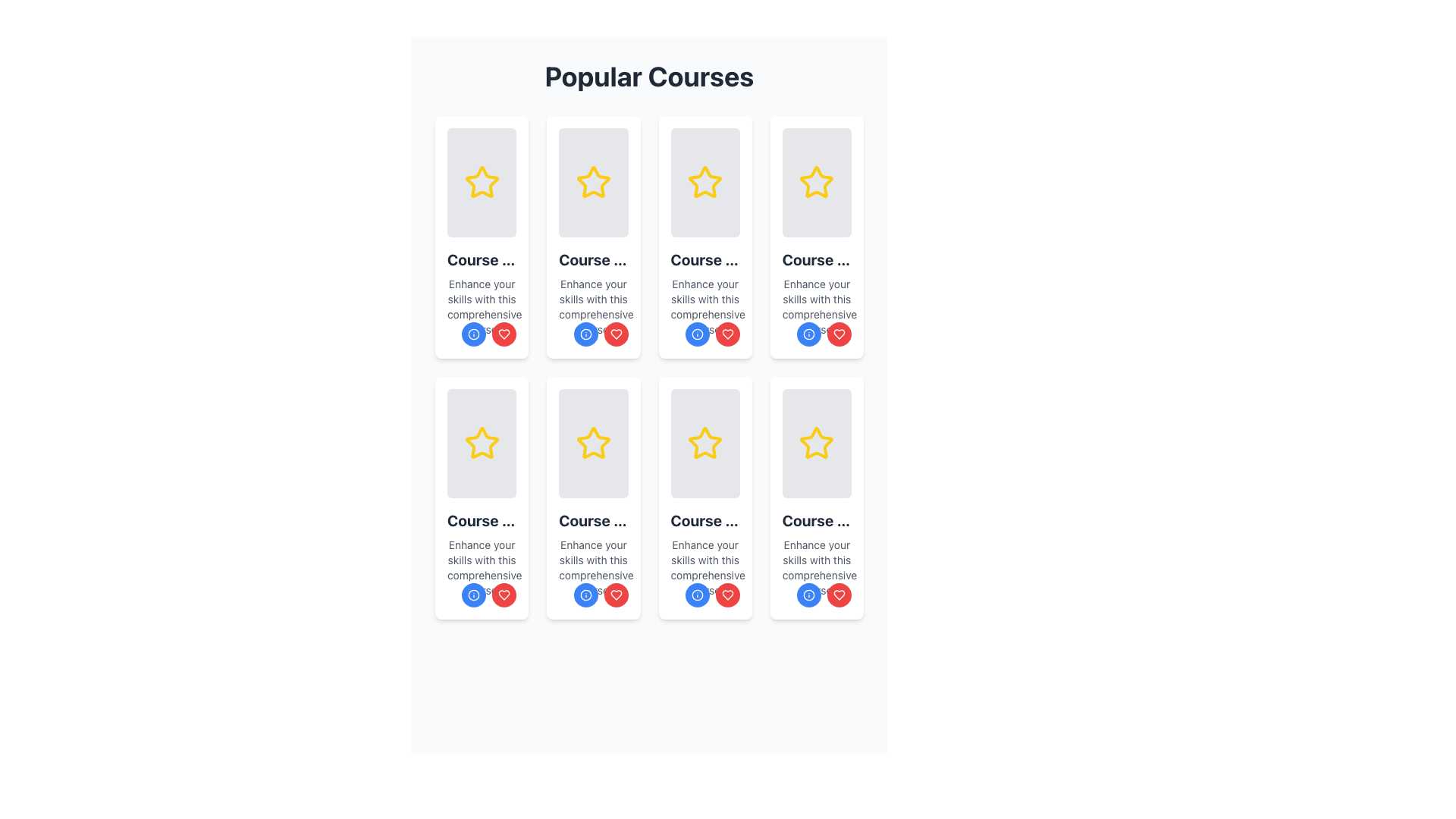 This screenshot has height=819, width=1456. I want to click on the 'like' or 'favorite' button, which is the second button from the left in the bottom control bar of the card, located at the bottom-right corner, so click(839, 595).